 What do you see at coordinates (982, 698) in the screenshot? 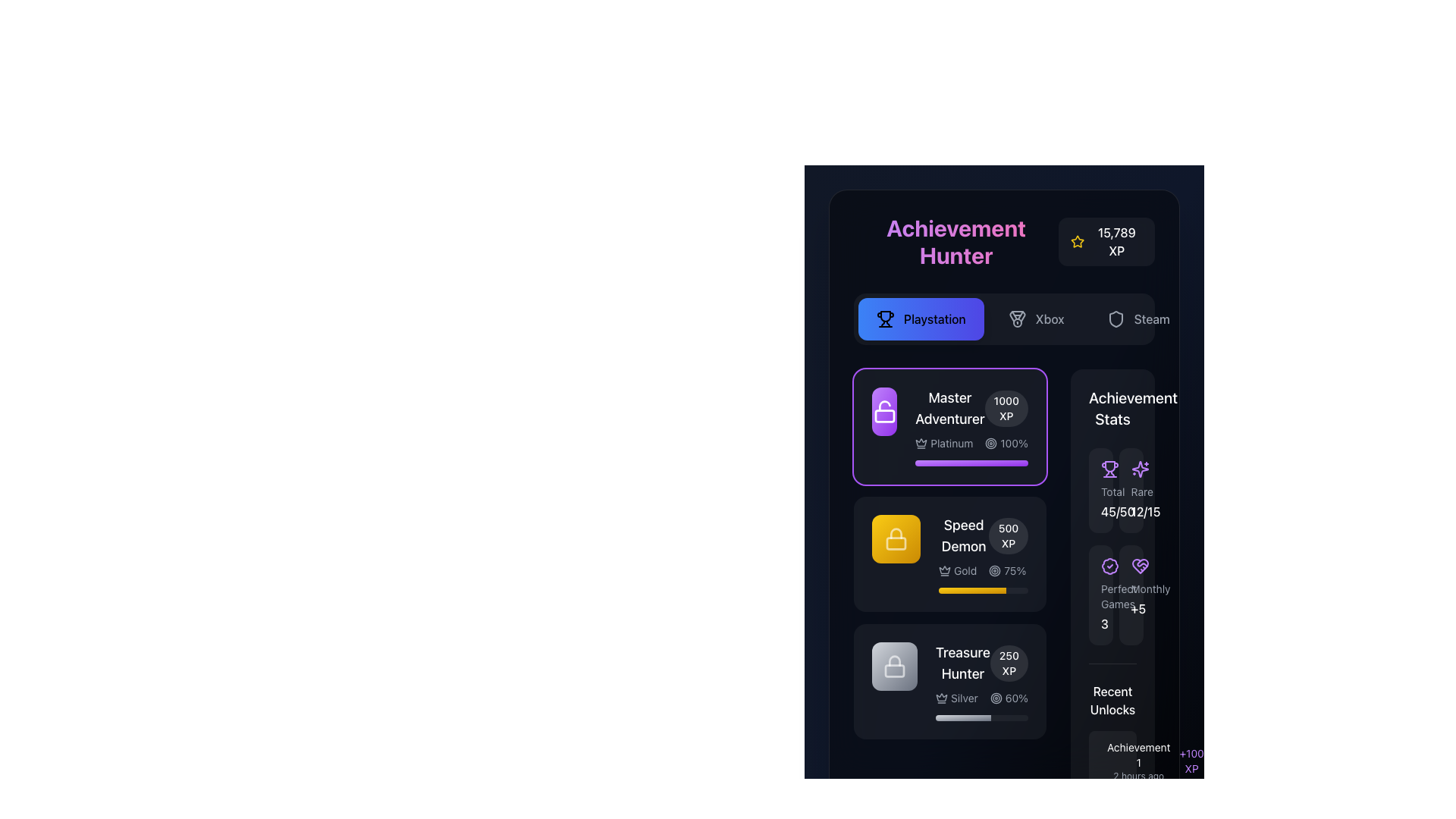
I see `structure of the Label with icons featuring a crown icon and 'Silver' text, as well as a circular target-like icon with '60%', located within the 'Treasure Hunter' card in the 'Achievement Hunter' section` at bounding box center [982, 698].